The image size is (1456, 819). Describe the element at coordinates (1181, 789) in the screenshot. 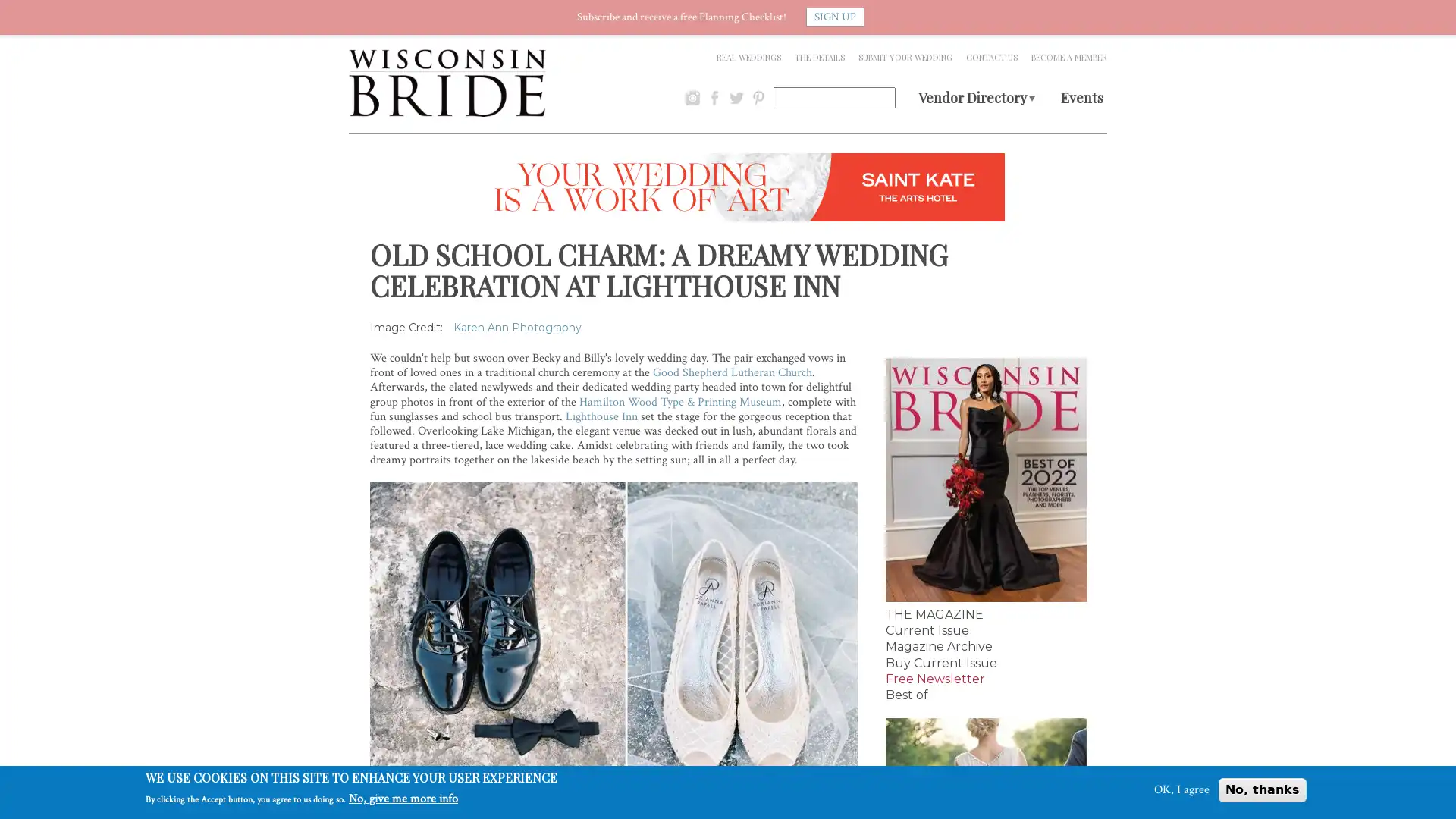

I see `OK, I agree` at that location.